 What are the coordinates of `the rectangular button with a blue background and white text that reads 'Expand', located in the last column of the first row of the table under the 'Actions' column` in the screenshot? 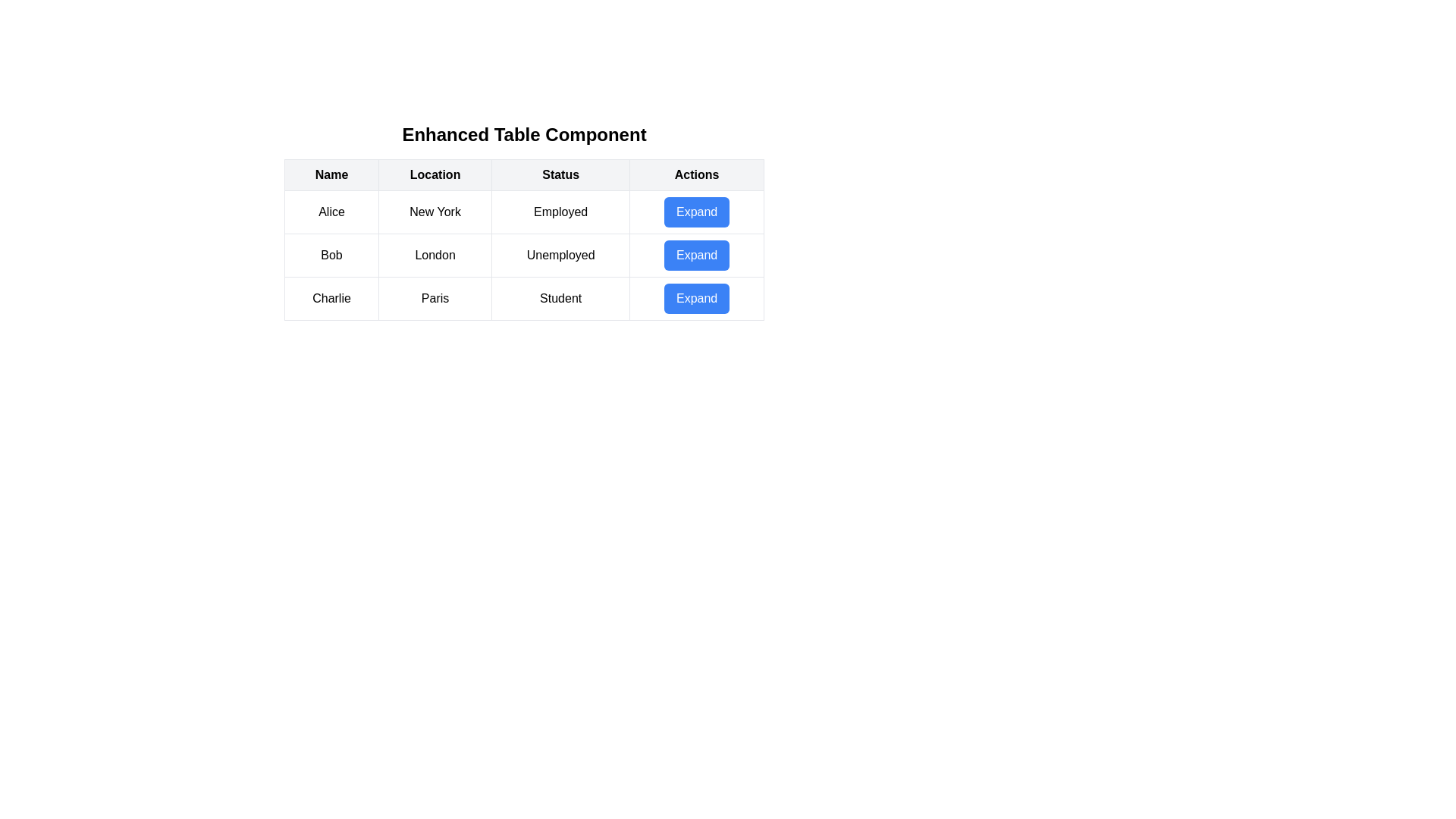 It's located at (696, 212).